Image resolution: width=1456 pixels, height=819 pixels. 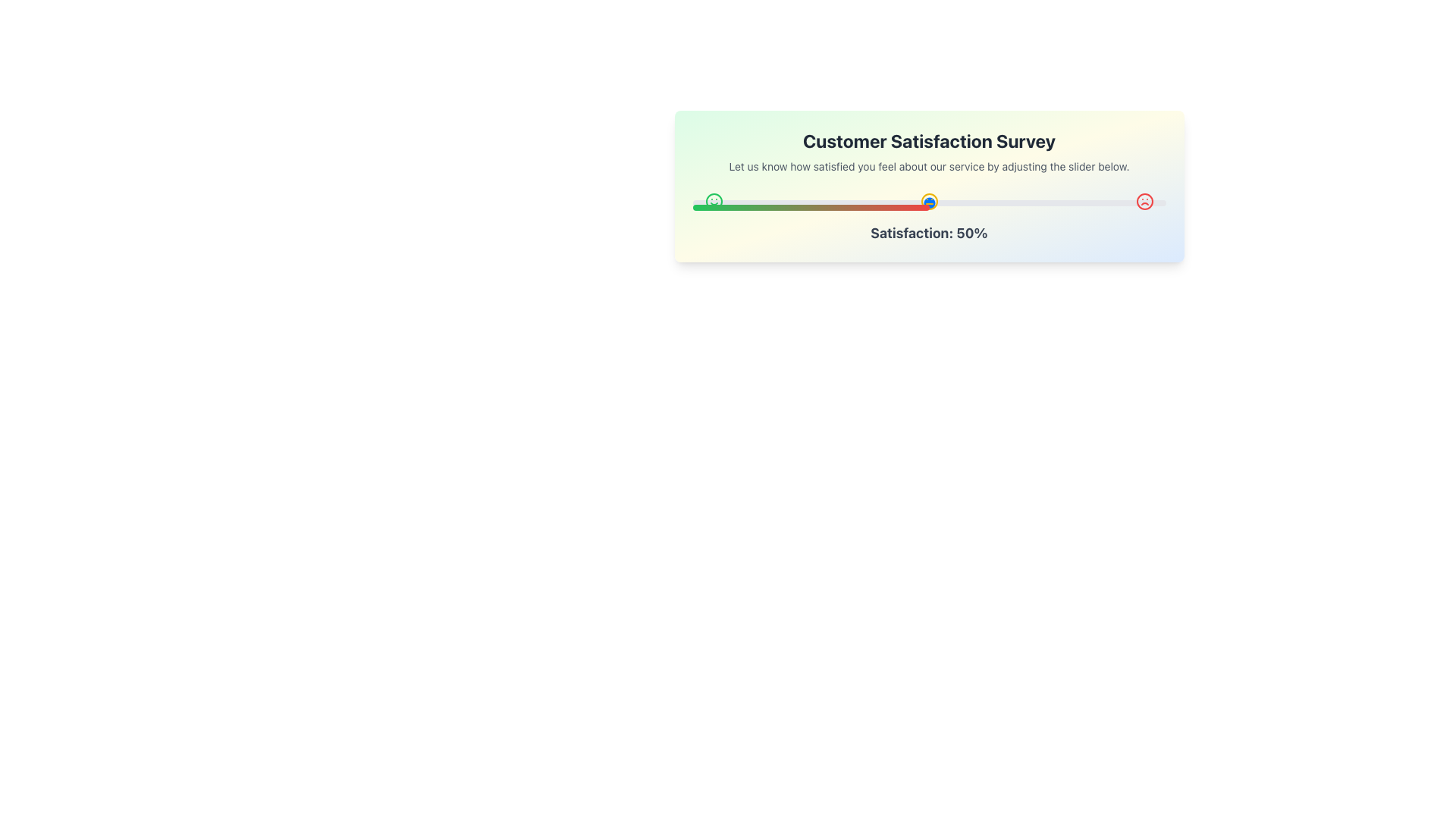 What do you see at coordinates (1037, 202) in the screenshot?
I see `customer satisfaction level` at bounding box center [1037, 202].